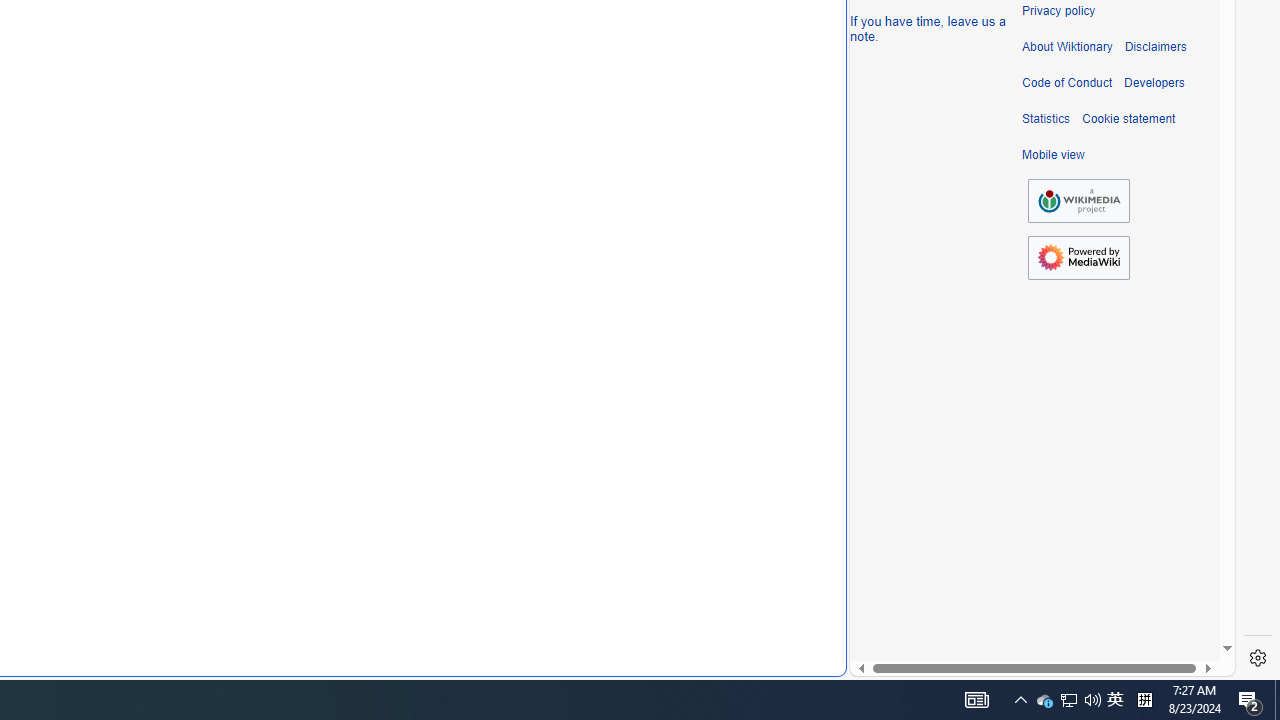 The image size is (1280, 720). What do you see at coordinates (1066, 82) in the screenshot?
I see `'Code of Conduct'` at bounding box center [1066, 82].